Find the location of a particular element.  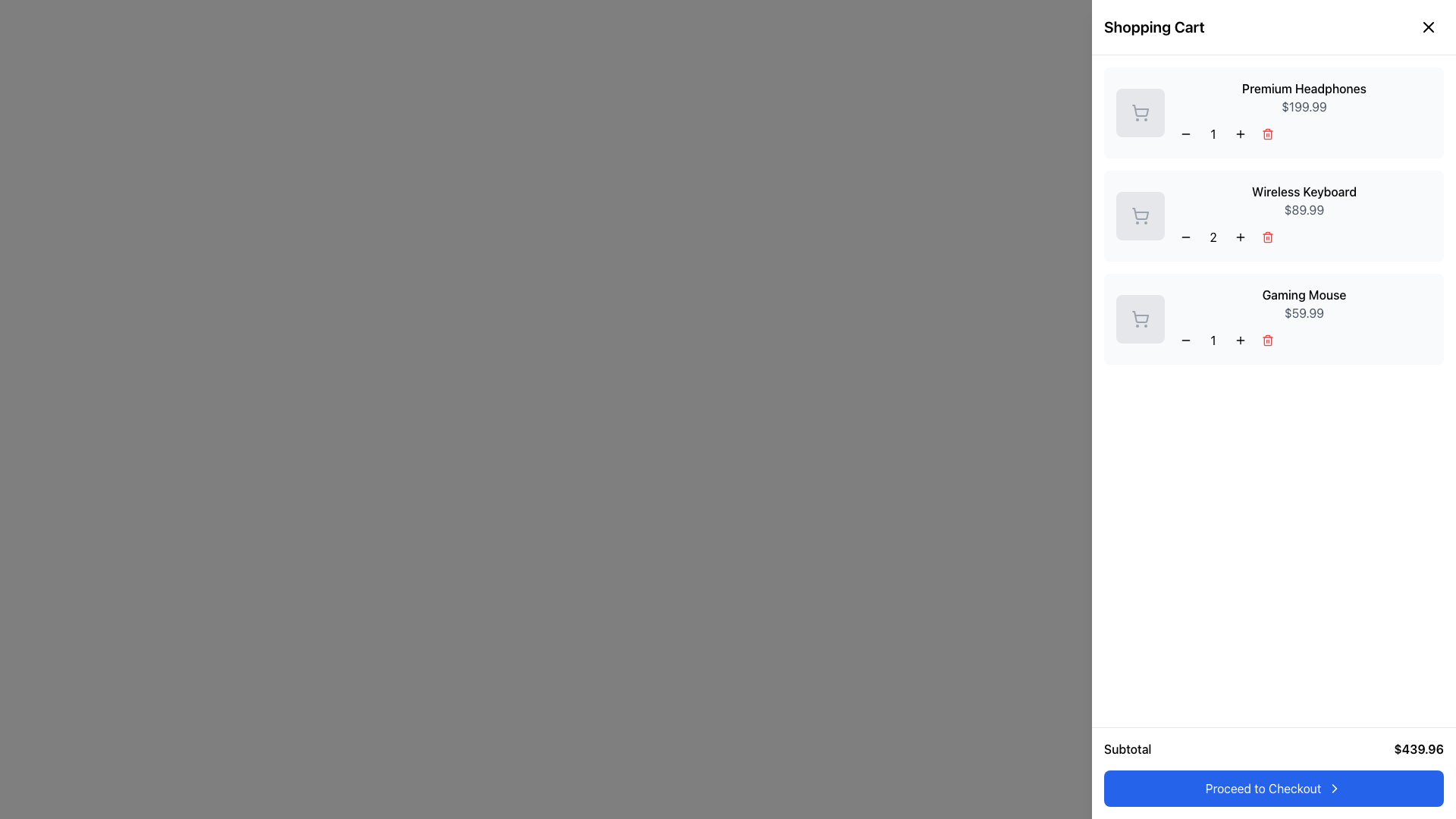

the checkout button located at the lower section of the shopping cart panel, directly beneath the subtotal details is located at coordinates (1274, 788).